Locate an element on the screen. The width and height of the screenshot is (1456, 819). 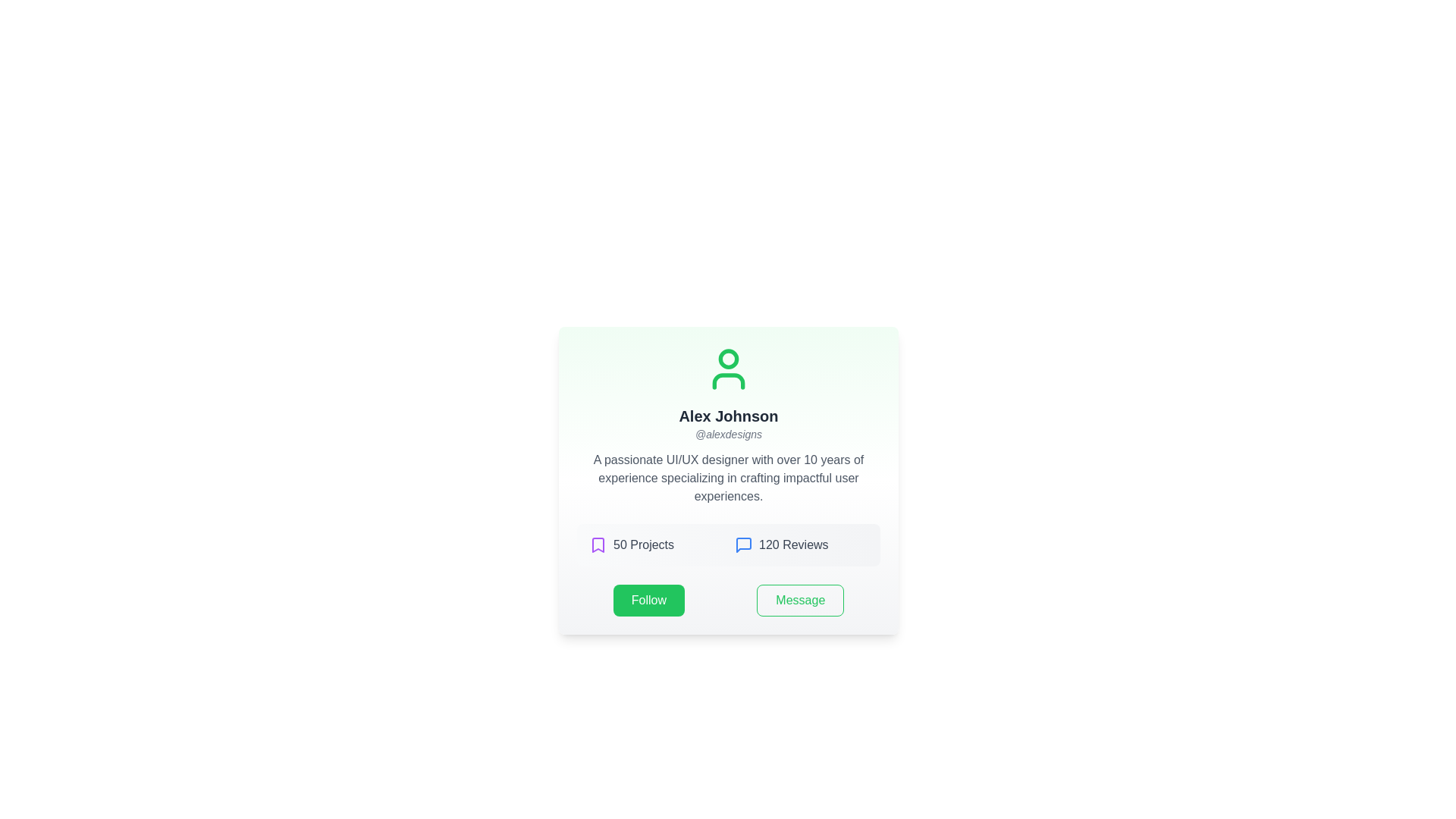
the numbers displayed in the Informational section, which provides an overview of the user's works and received reviews, located above the 'Follow' and 'Message' buttons is located at coordinates (728, 544).